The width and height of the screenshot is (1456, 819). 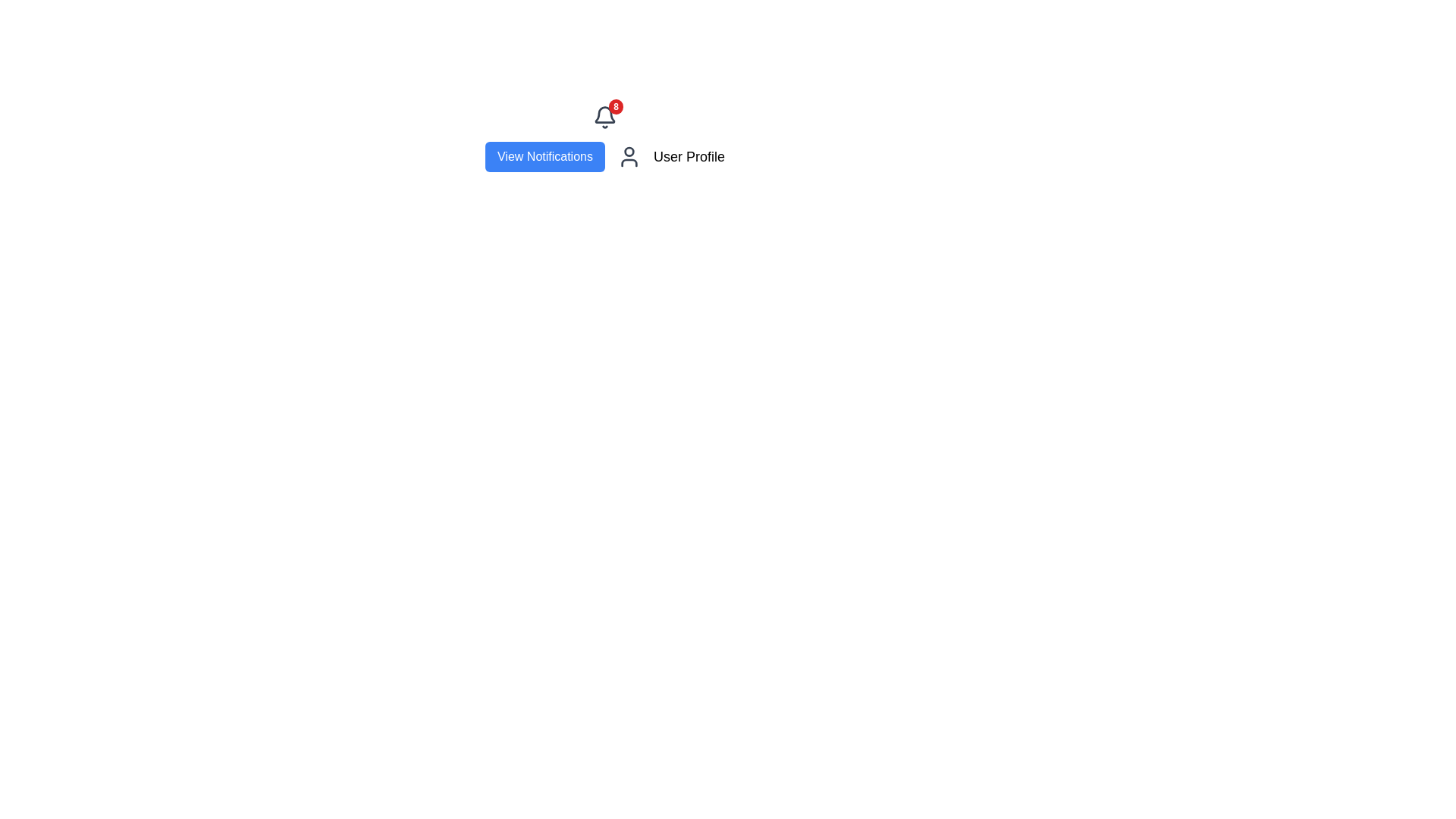 What do you see at coordinates (545, 157) in the screenshot?
I see `the notifications button located on the left side of the user profile icon and label, which serves` at bounding box center [545, 157].